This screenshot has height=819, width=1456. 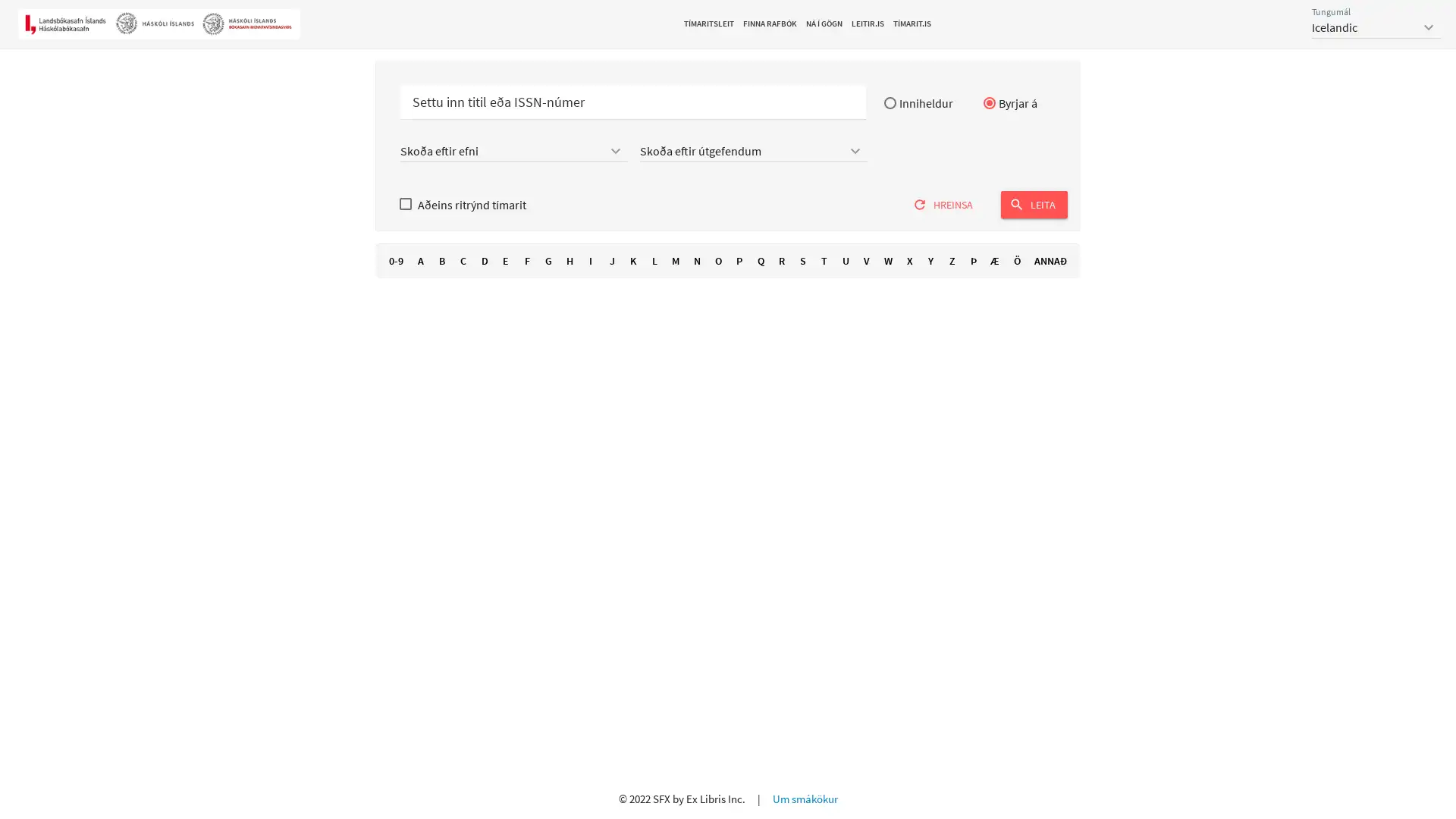 I want to click on O, so click(x=717, y=259).